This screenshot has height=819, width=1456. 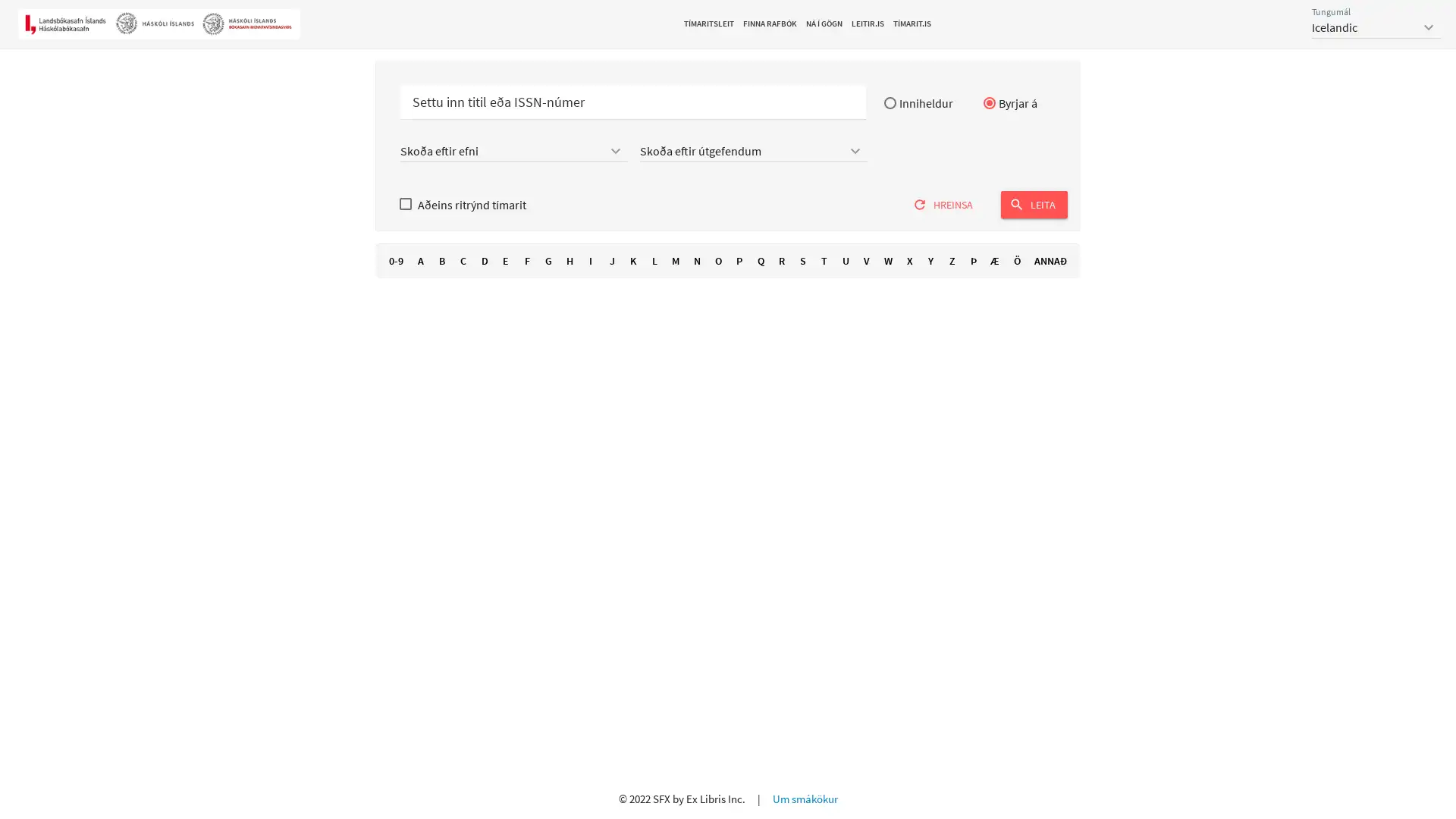 I want to click on O, so click(x=717, y=259).